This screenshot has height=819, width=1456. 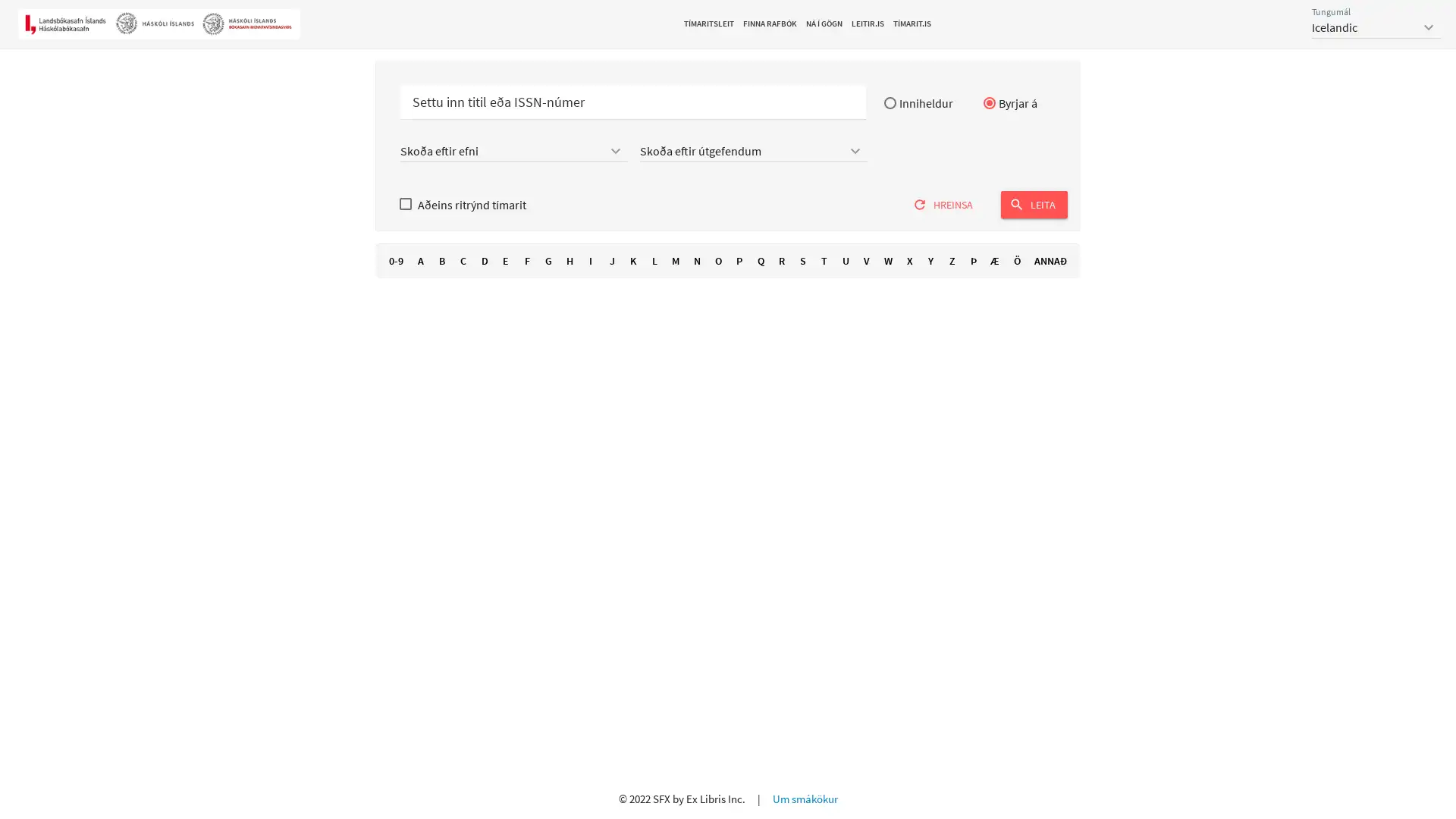 I want to click on O, so click(x=717, y=259).